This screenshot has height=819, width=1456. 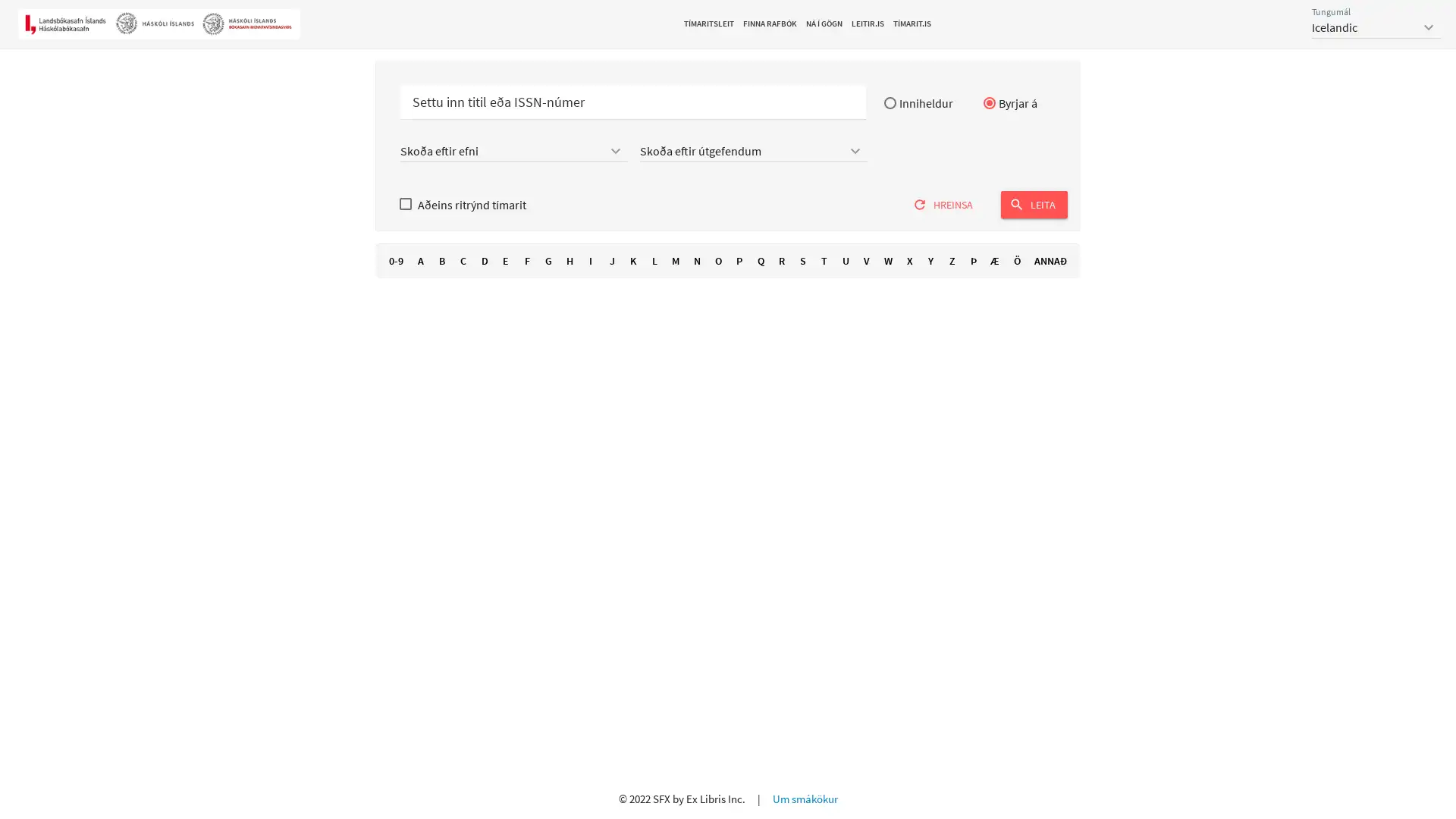 I want to click on O, so click(x=717, y=259).